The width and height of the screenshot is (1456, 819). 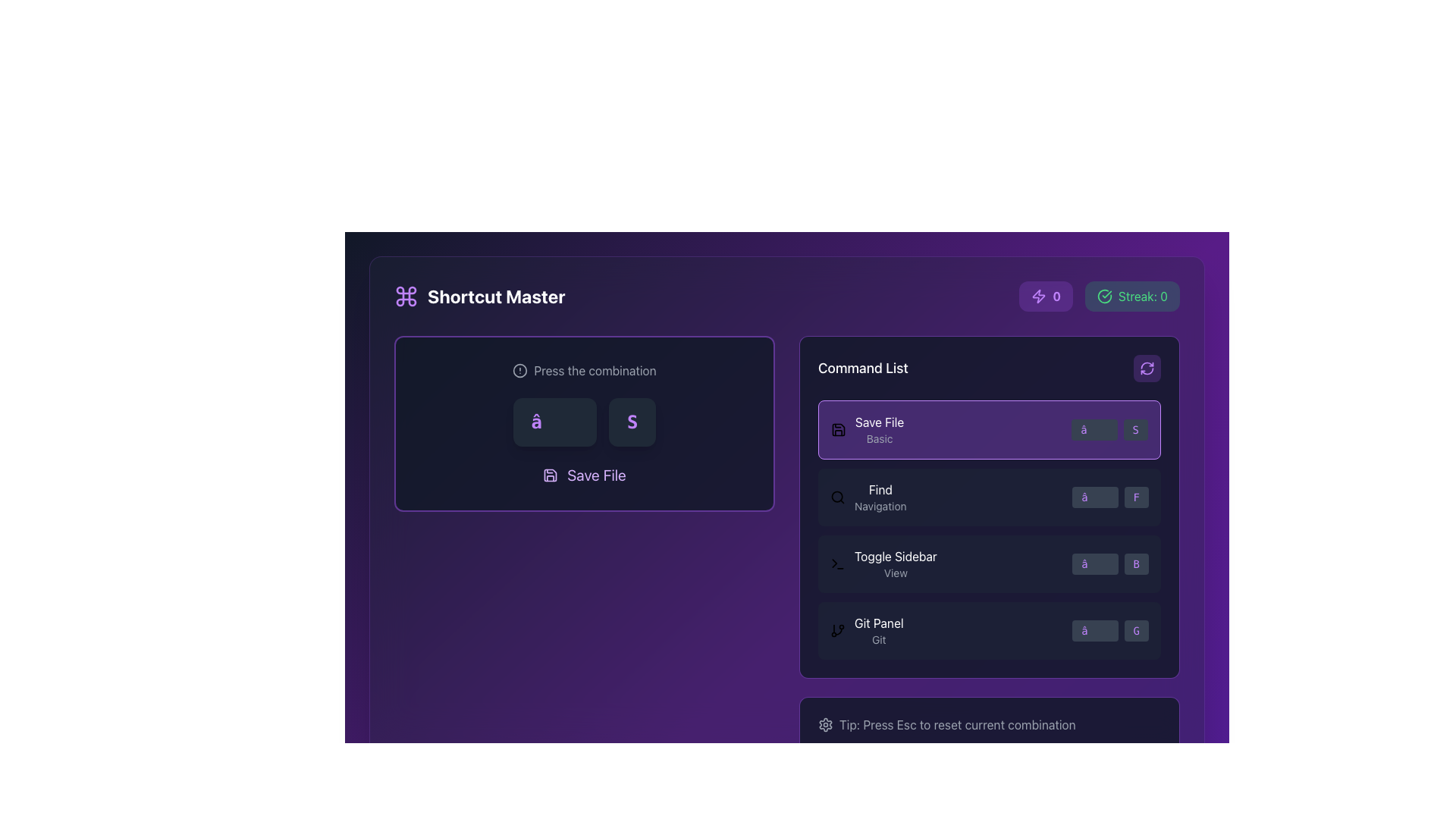 What do you see at coordinates (879, 623) in the screenshot?
I see `the 'Git Panel' text label located in the 'Command List' section on the right side of the interface, which indicates the functionality of the subsequent 'Git' section` at bounding box center [879, 623].